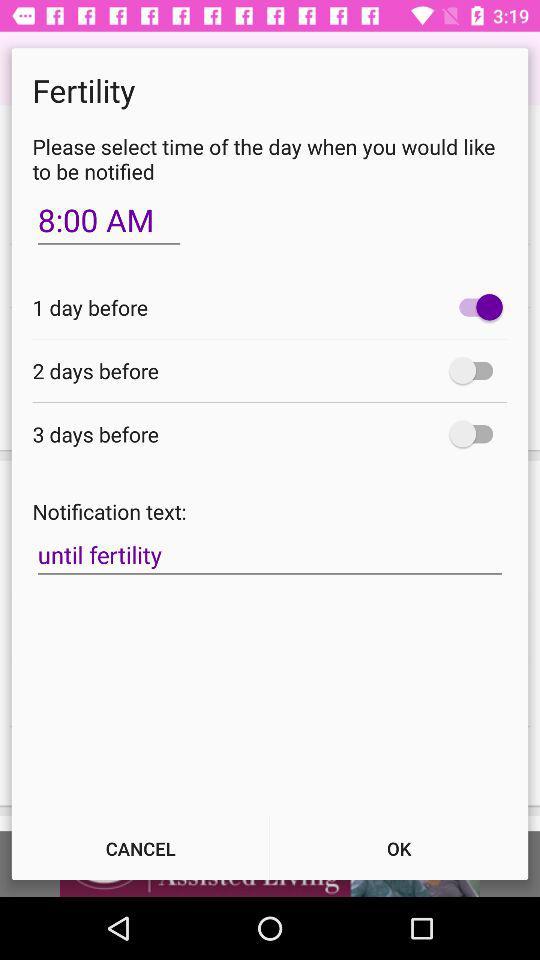 The width and height of the screenshot is (540, 960). I want to click on icon to the right of the 1 day before icon, so click(475, 307).